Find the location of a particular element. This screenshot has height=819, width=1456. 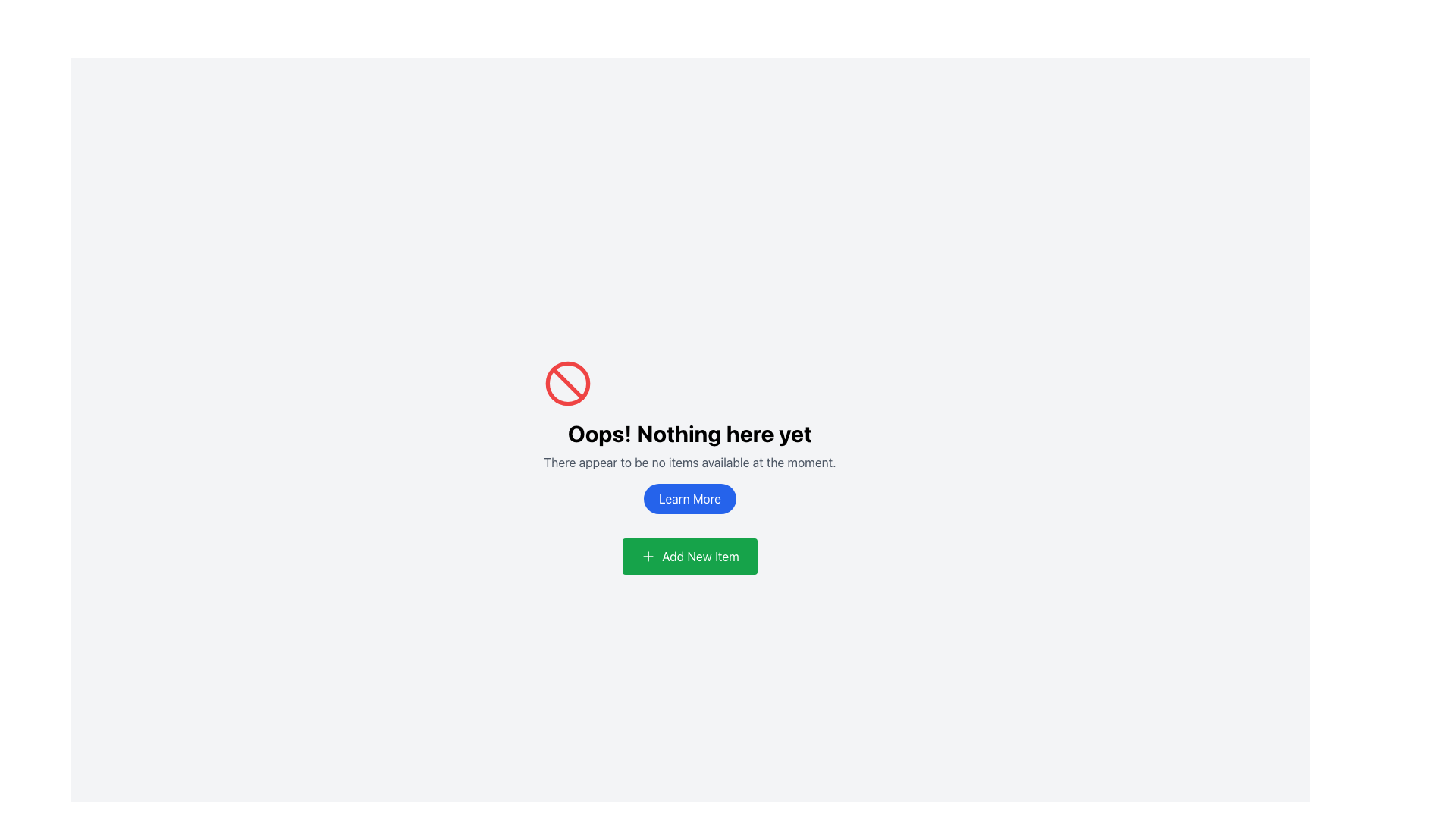

the Decorative SVG circle element that is part of the warning symbol displayed above the text 'Oops! Nothing here yet' is located at coordinates (567, 382).